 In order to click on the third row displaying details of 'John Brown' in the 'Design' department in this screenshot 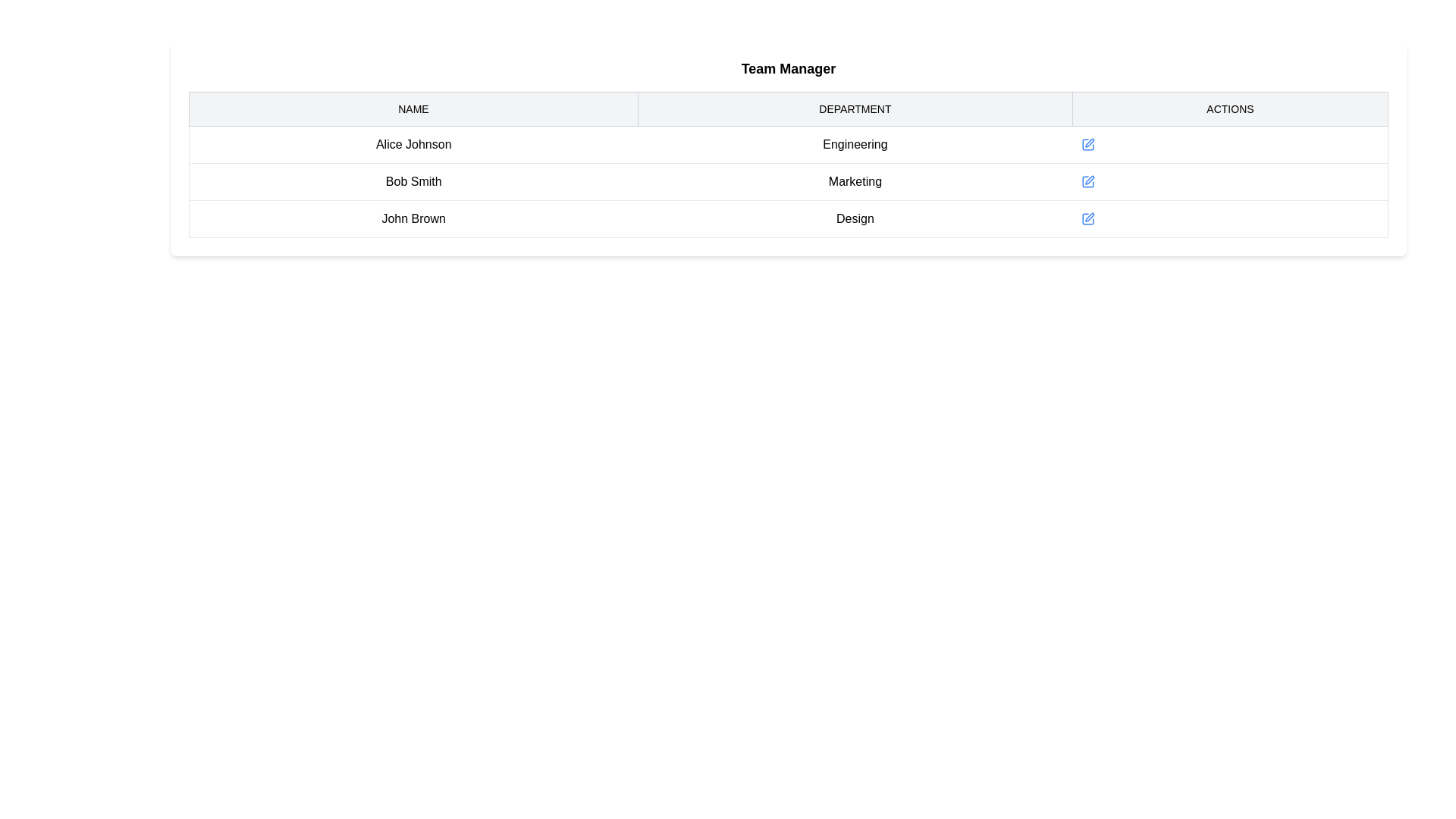, I will do `click(789, 219)`.